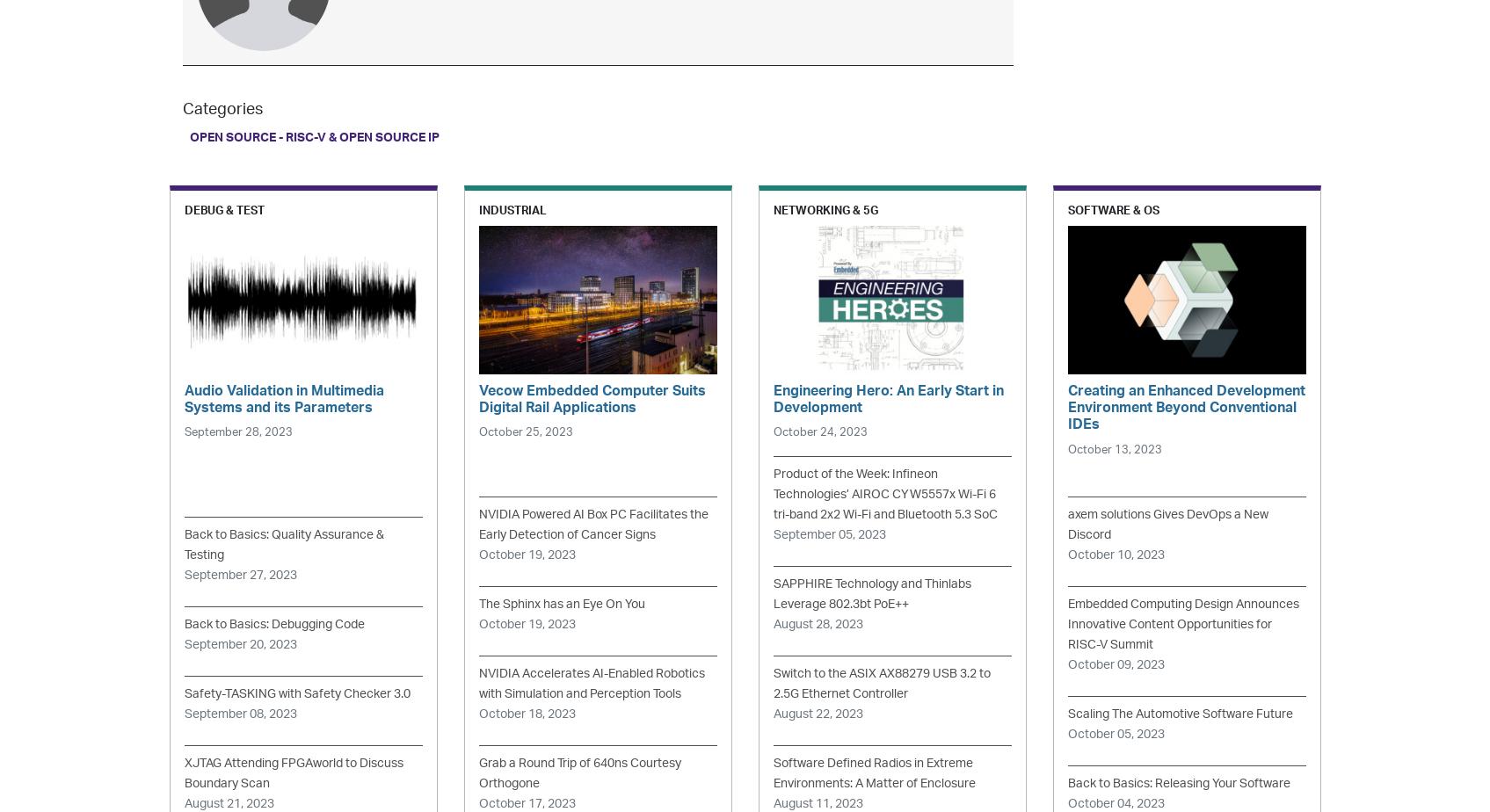 The width and height of the screenshot is (1490, 812). I want to click on 'Back to Basics: Quality Assurance & Testing', so click(283, 545).